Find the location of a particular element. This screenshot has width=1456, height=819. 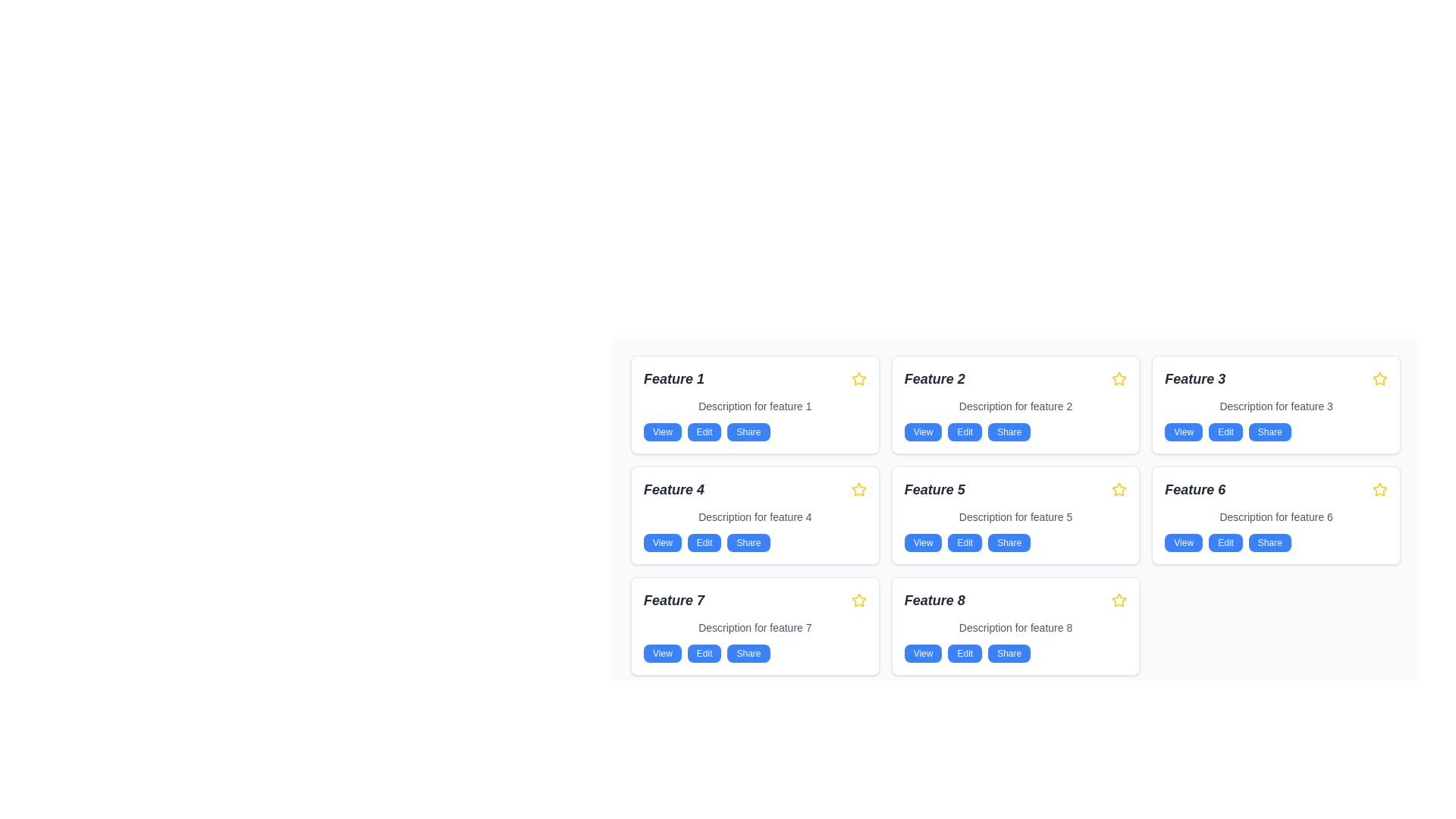

the share button located at the bottom right of the 'Feature 3' card is located at coordinates (1269, 432).